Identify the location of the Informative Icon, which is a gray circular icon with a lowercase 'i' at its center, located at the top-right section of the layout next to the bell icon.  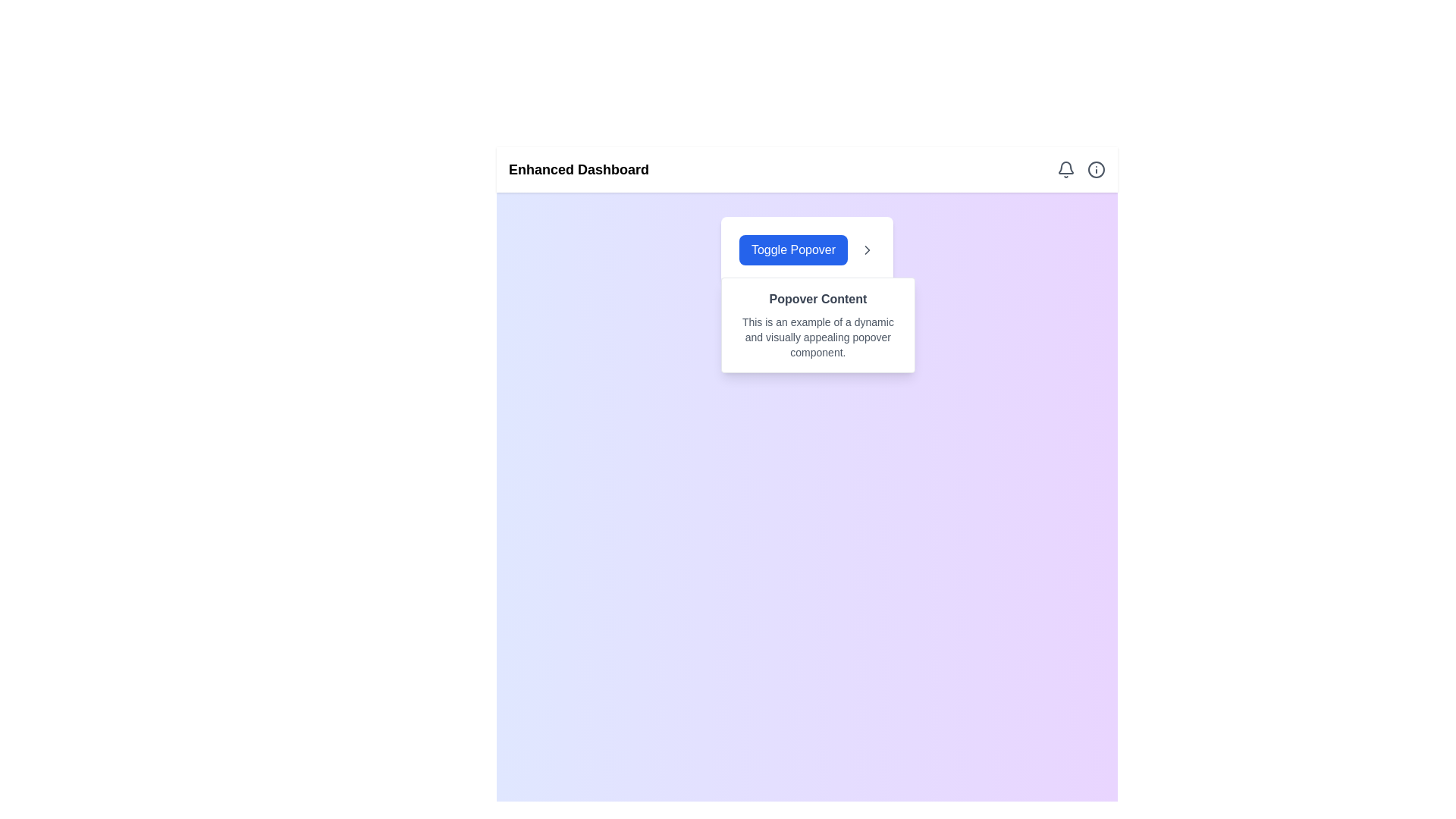
(1096, 169).